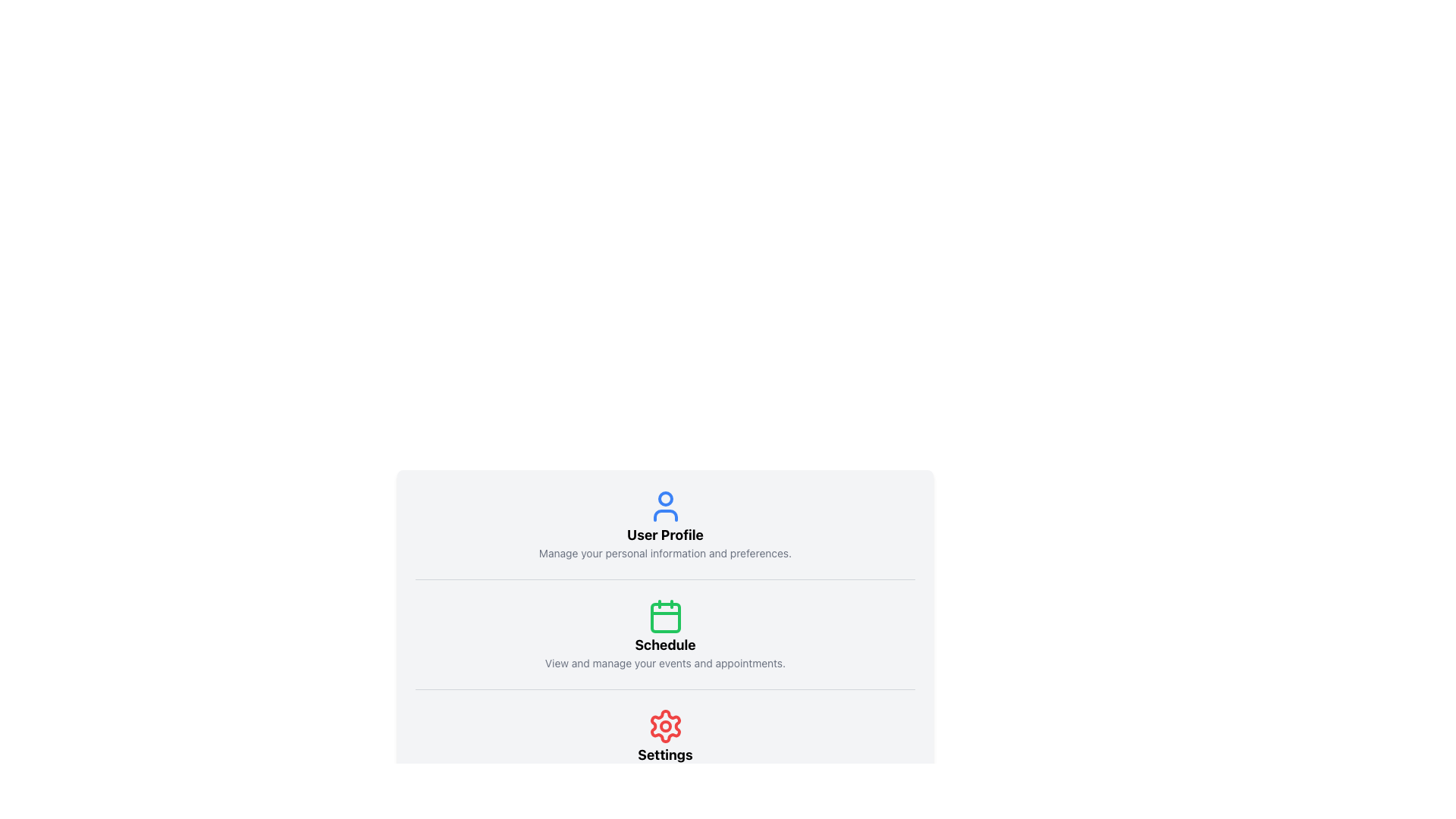  I want to click on the settings icon located in the third section of the layout, so click(665, 725).